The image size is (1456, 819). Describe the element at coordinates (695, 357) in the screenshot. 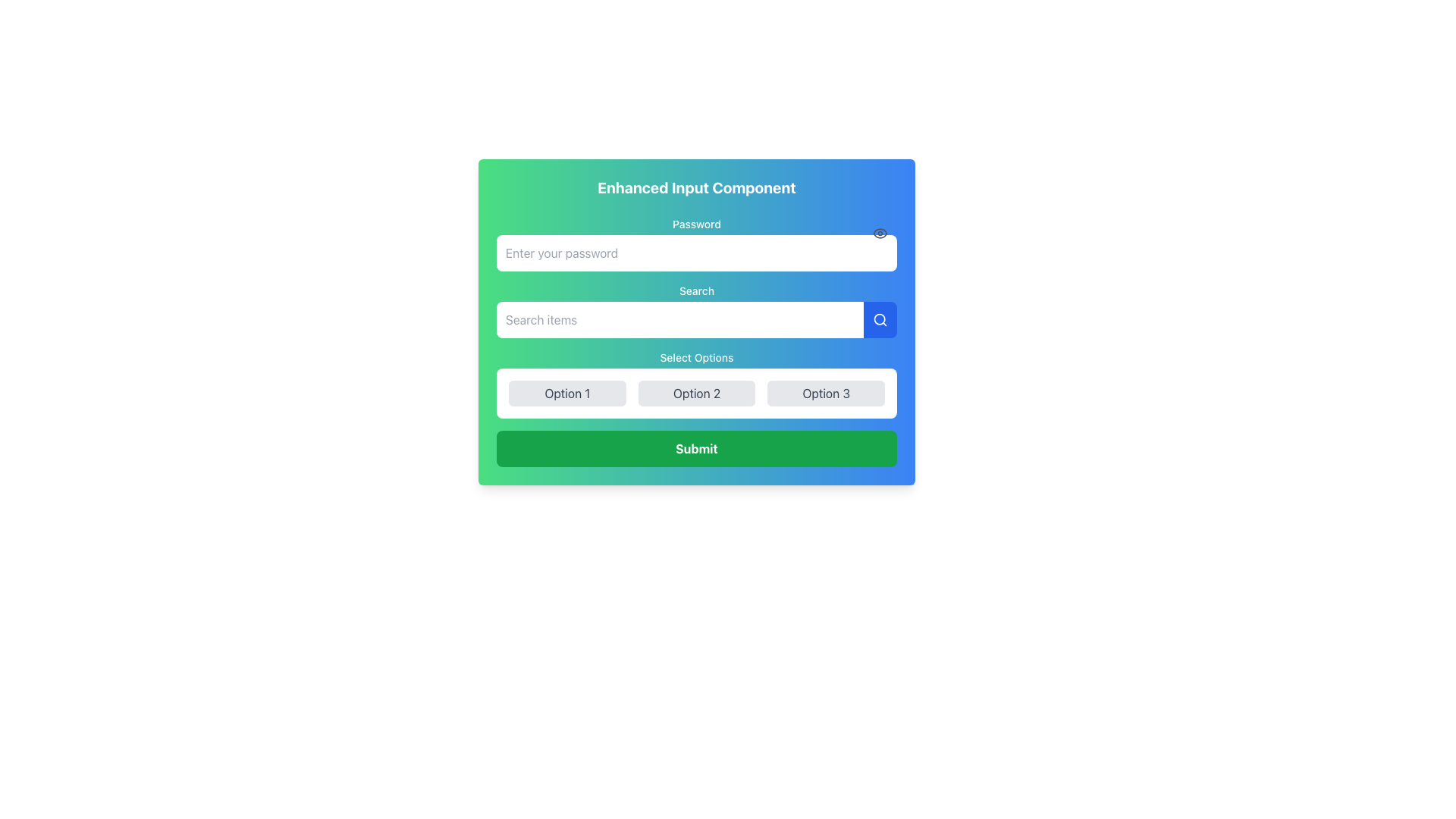

I see `the 'Select Options' text label, which is a white, medium-sized font label centered below a search input field and above three buttons` at that location.